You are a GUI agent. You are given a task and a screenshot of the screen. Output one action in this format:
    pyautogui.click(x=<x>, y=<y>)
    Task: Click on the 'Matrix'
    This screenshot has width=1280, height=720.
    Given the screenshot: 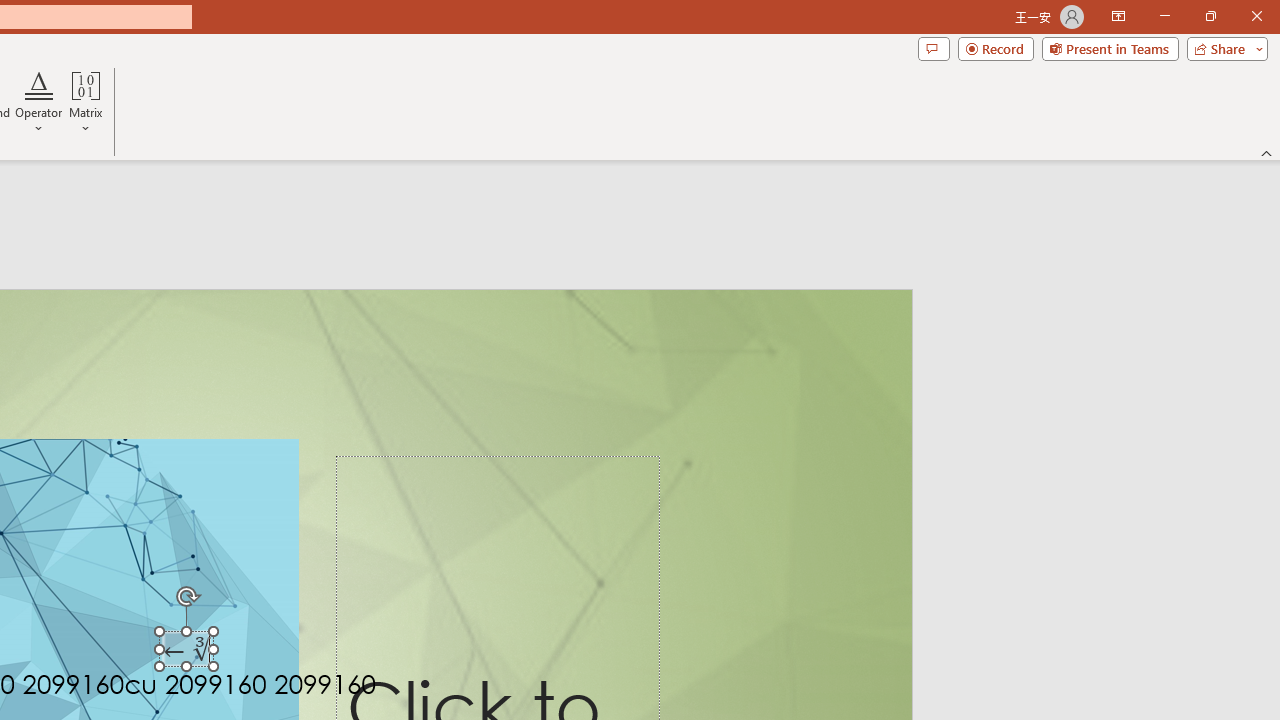 What is the action you would take?
    pyautogui.click(x=85, y=103)
    